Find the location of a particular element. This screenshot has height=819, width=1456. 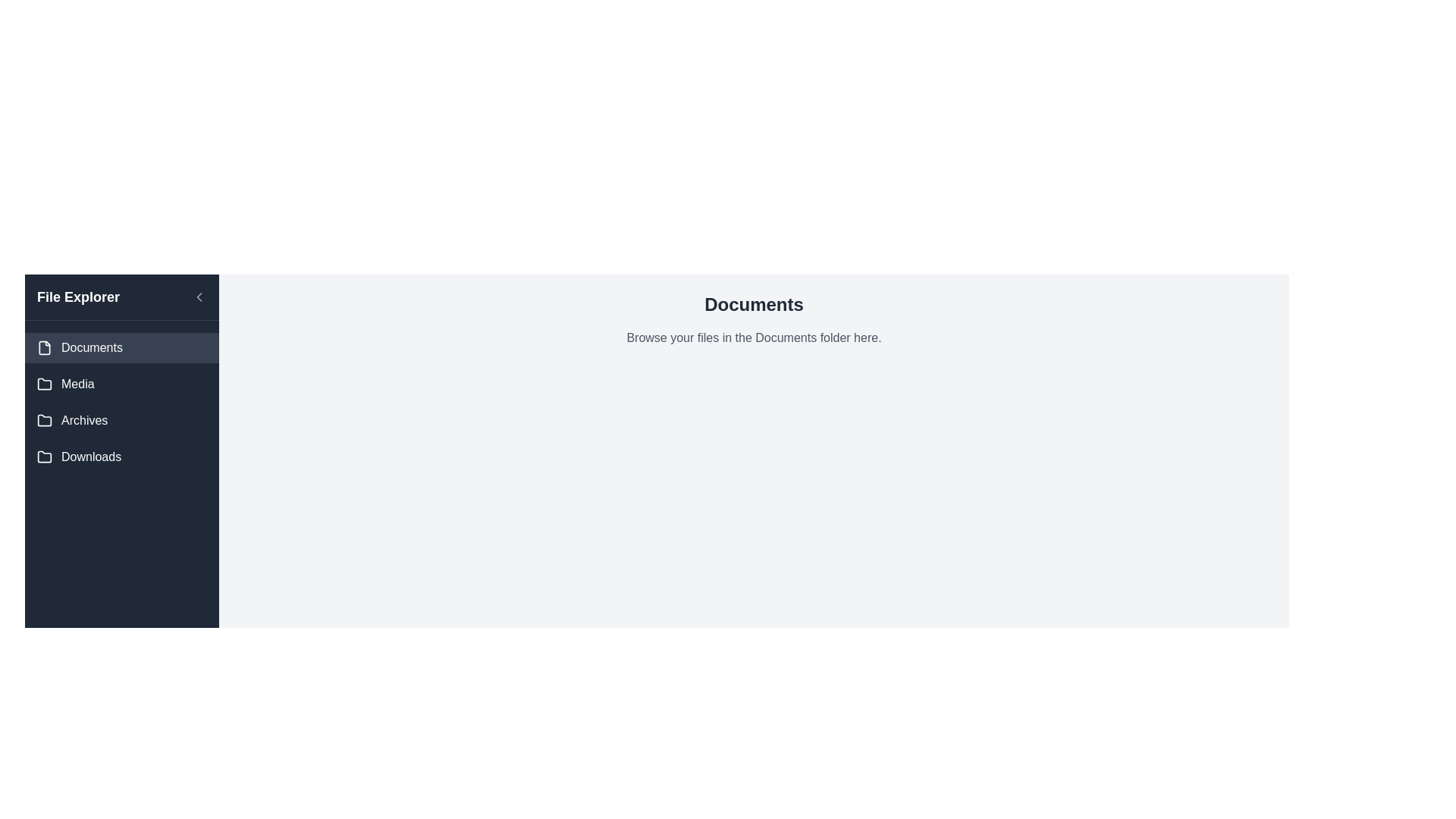

the folder icon in the left-side navigation menu is located at coordinates (44, 420).